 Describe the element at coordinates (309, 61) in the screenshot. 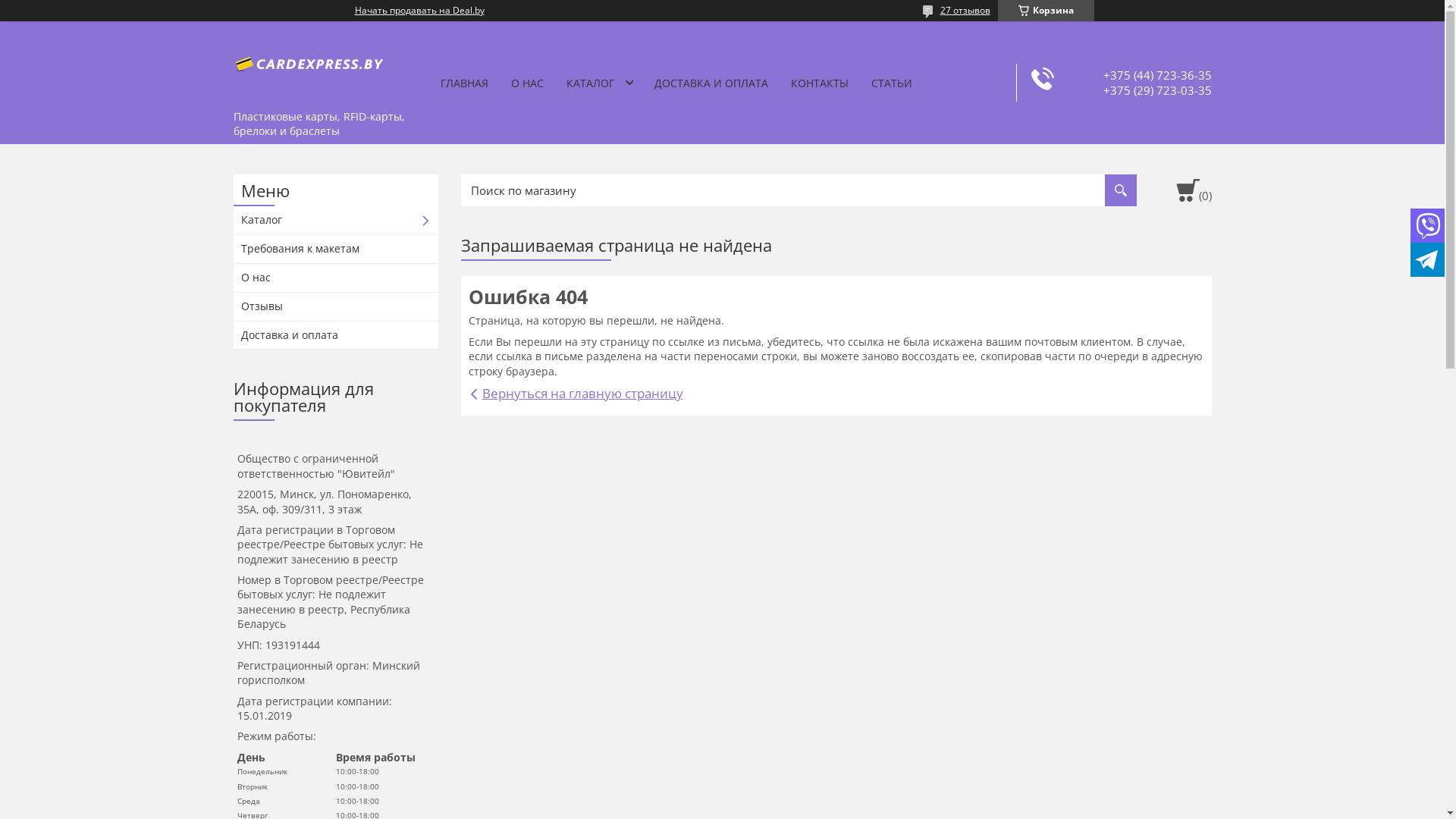

I see `'CARDEXPRESS.BY'` at that location.